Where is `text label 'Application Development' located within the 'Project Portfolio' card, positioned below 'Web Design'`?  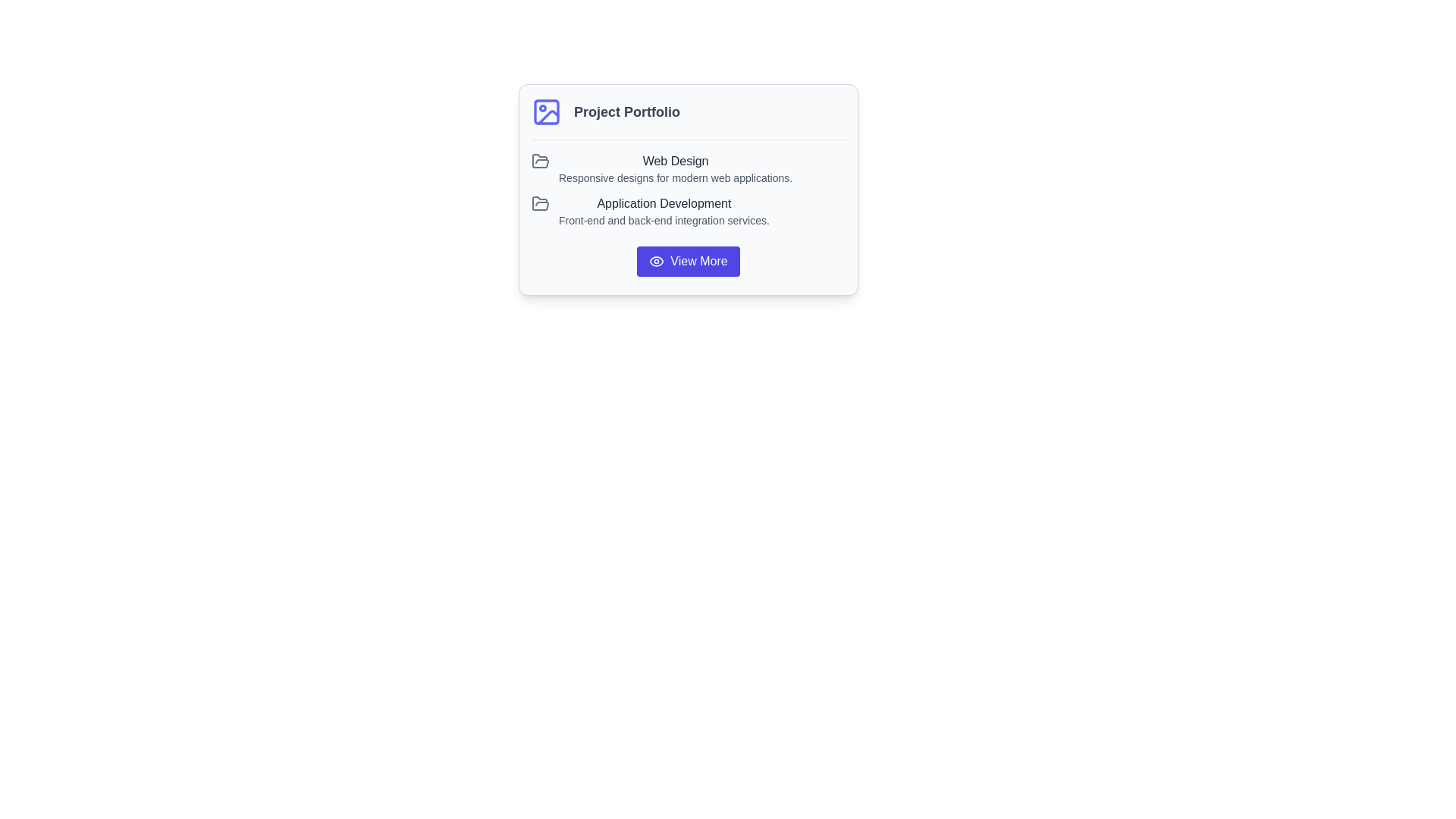 text label 'Application Development' located within the 'Project Portfolio' card, positioned below 'Web Design' is located at coordinates (664, 203).